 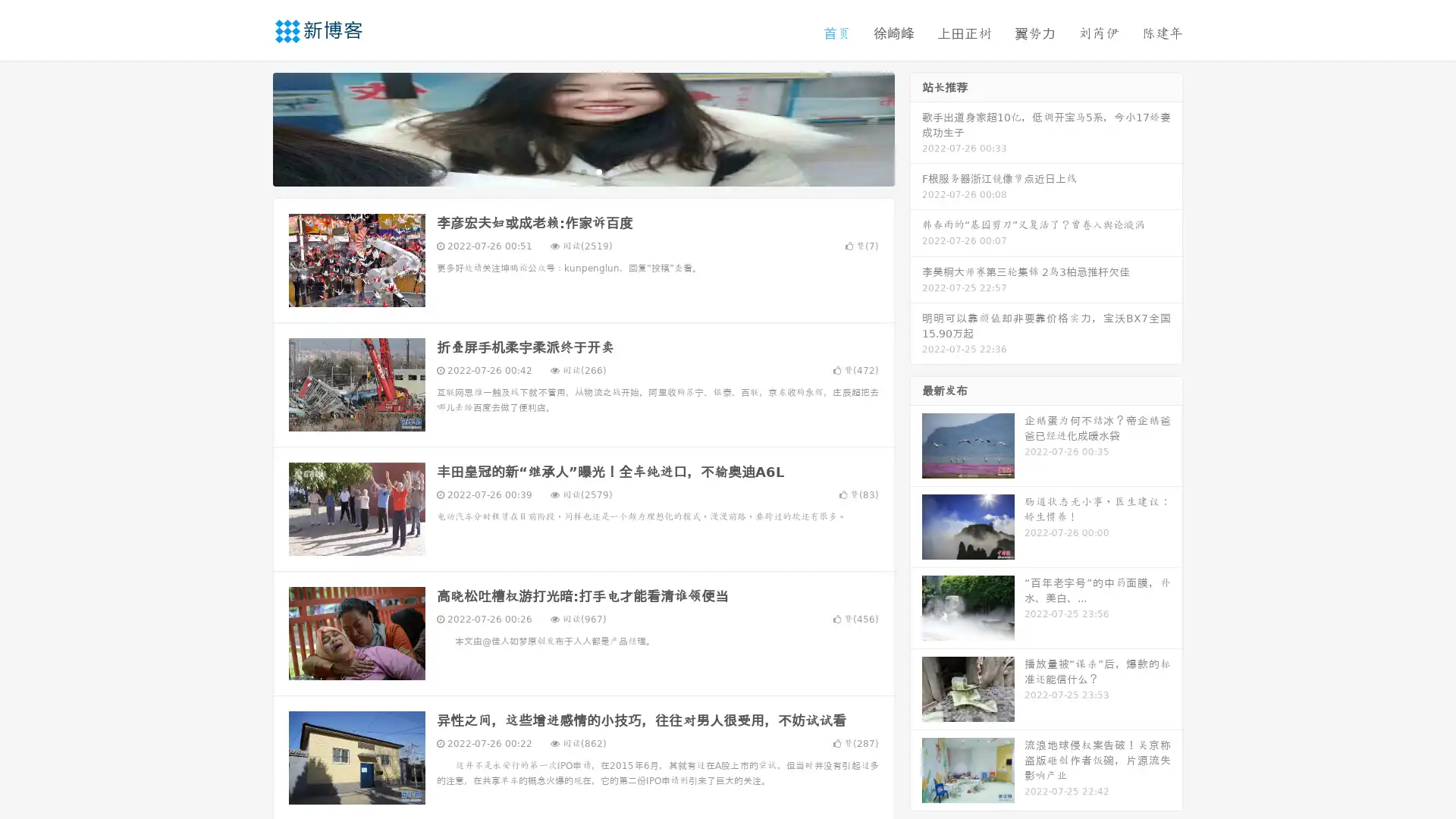 I want to click on Next slide, so click(x=916, y=127).